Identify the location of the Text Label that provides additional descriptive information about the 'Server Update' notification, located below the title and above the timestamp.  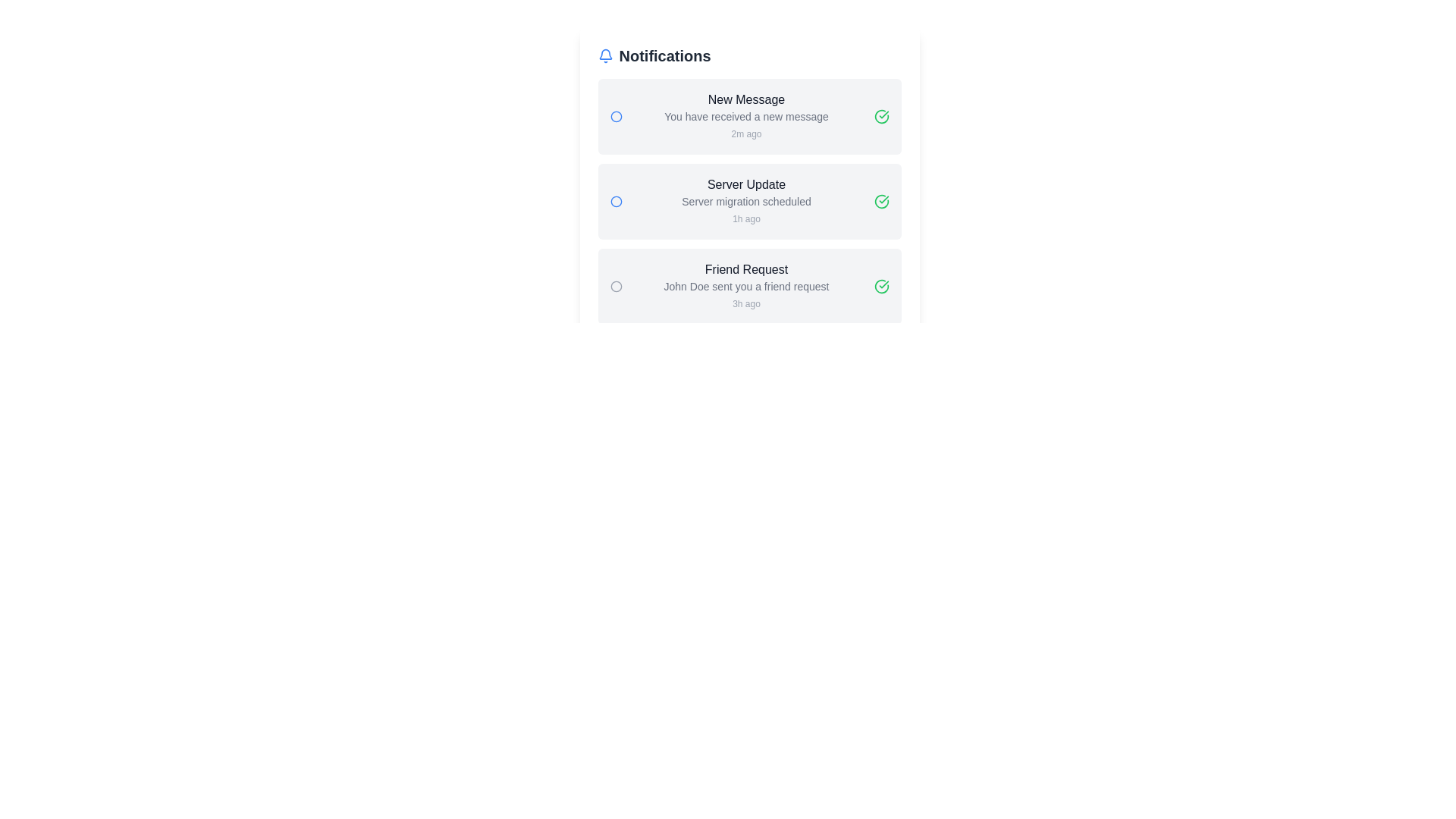
(746, 201).